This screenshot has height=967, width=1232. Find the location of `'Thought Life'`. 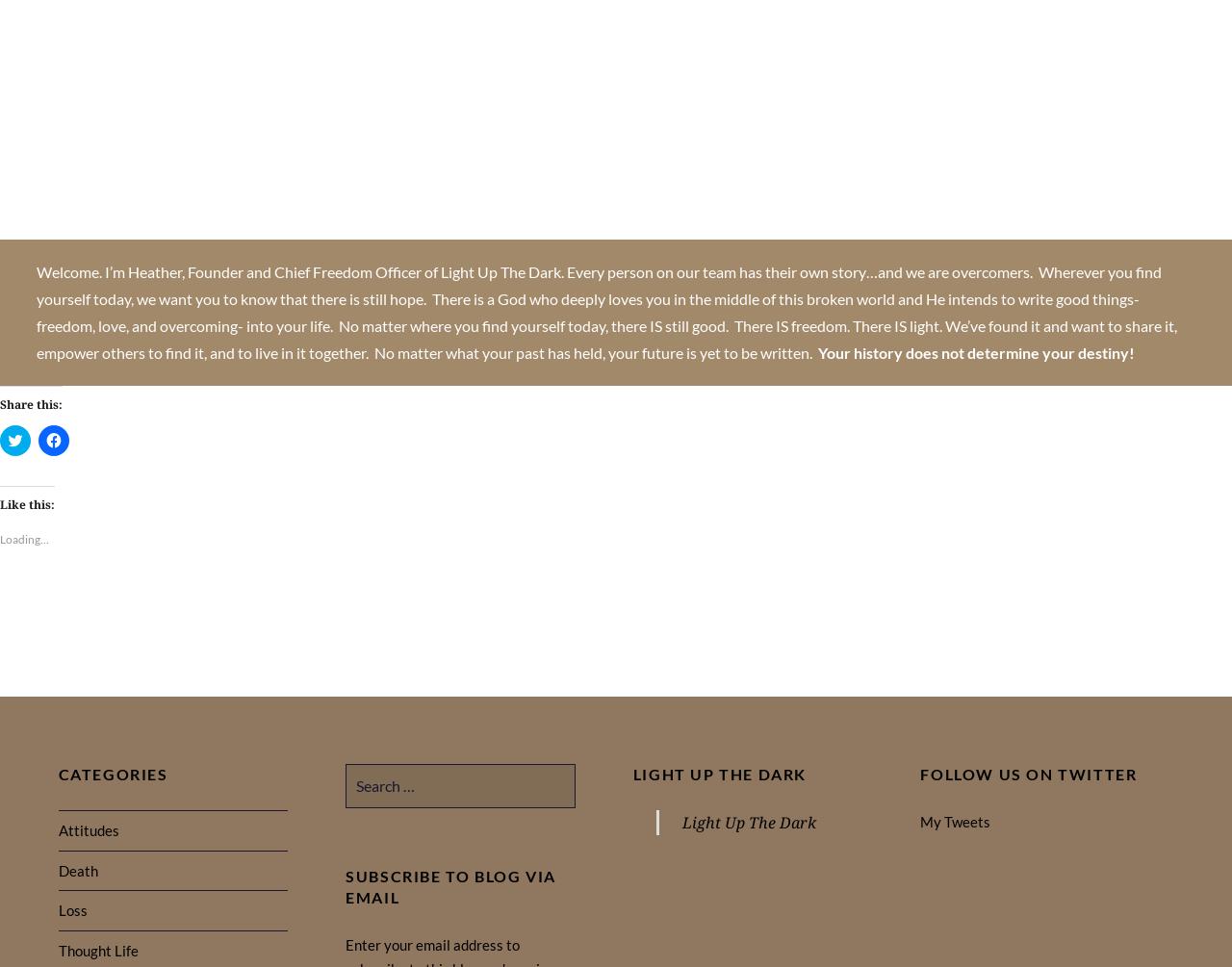

'Thought Life' is located at coordinates (96, 950).